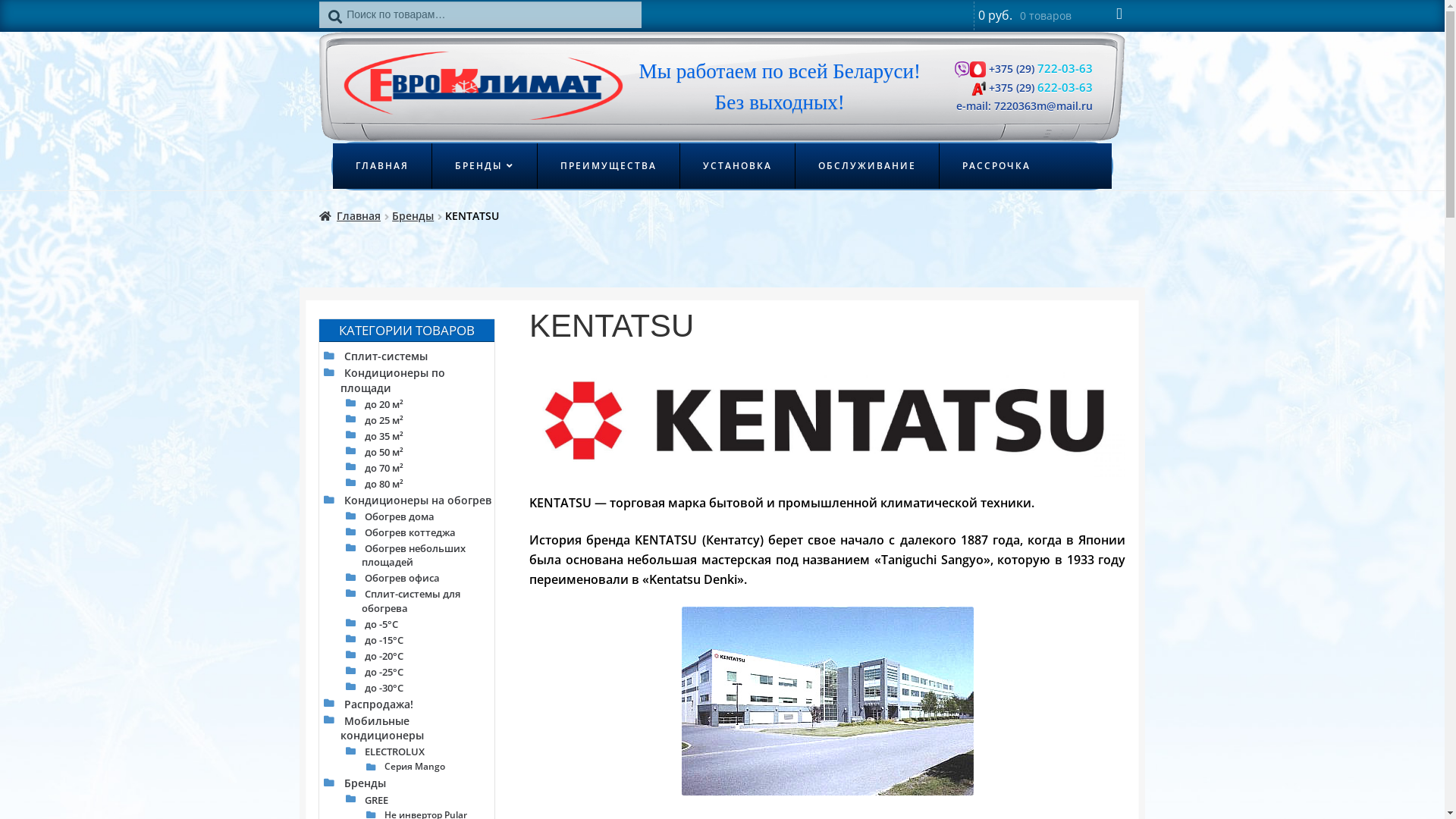  I want to click on 'e-mail: 7220363m@mail.ru', so click(1024, 105).